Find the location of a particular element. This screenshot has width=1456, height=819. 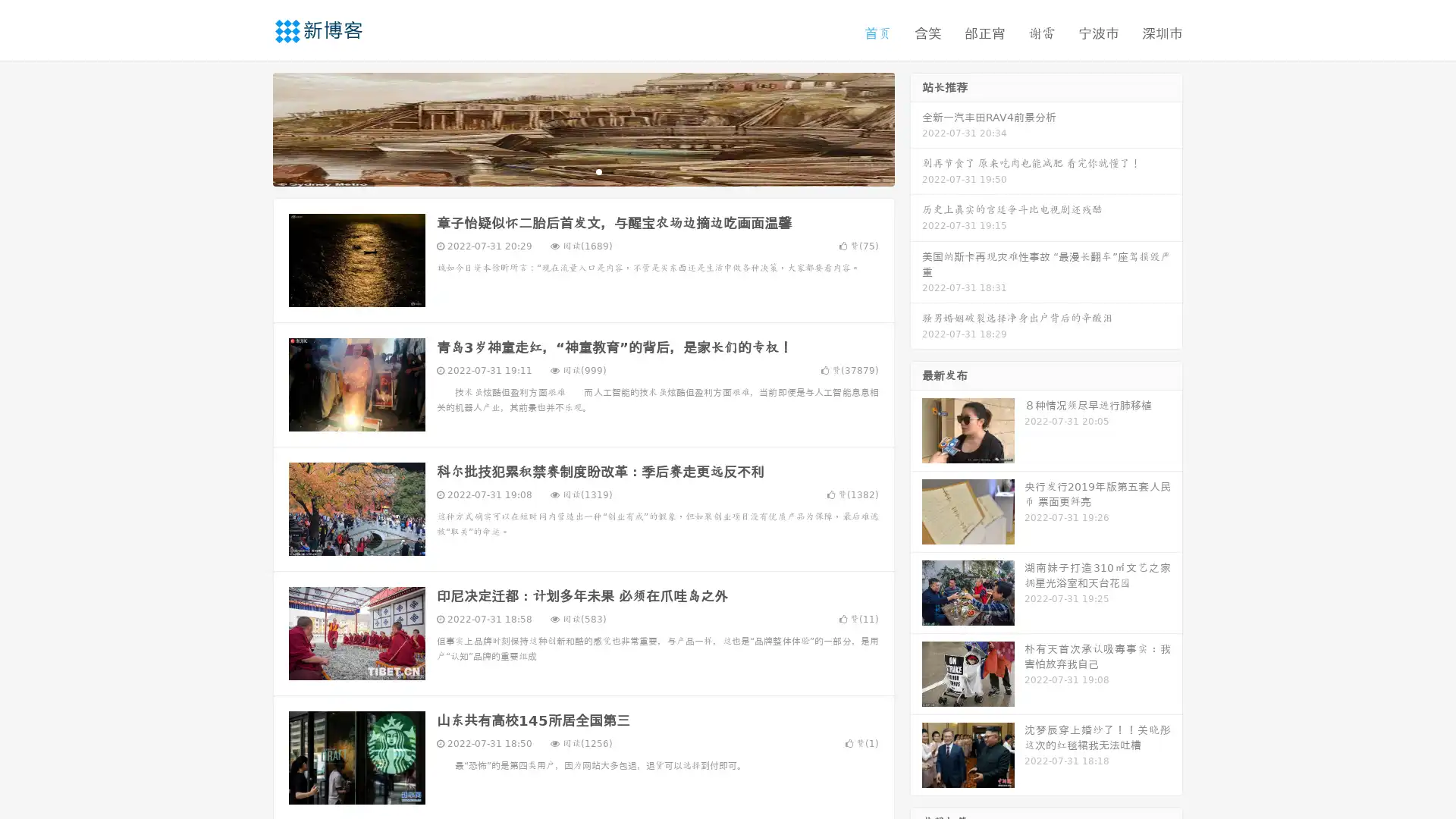

Go to slide 2 is located at coordinates (582, 171).